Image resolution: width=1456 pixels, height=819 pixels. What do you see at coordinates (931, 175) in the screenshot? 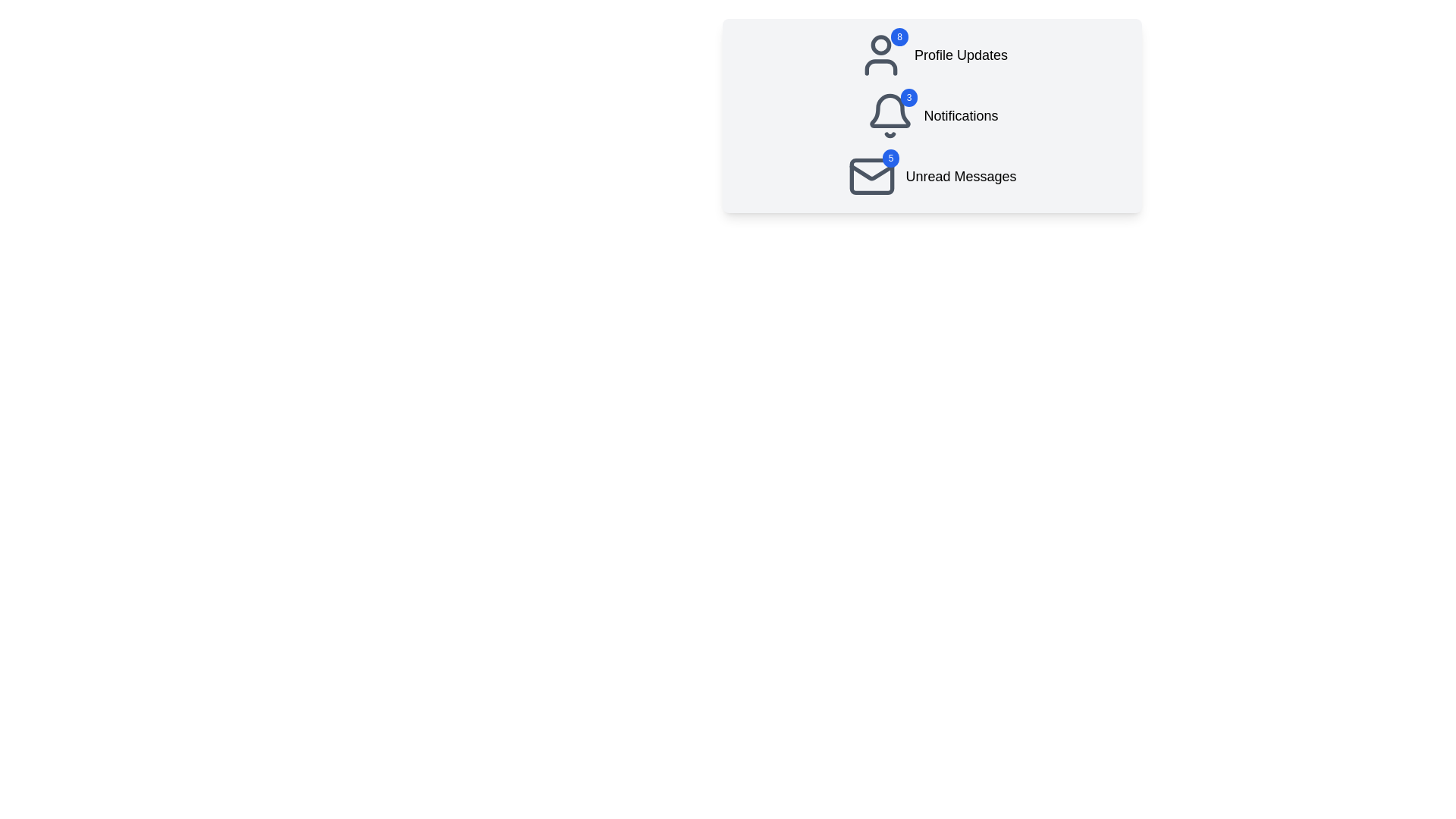
I see `the 'Unread Messages' informational display element for accessibility purposes` at bounding box center [931, 175].